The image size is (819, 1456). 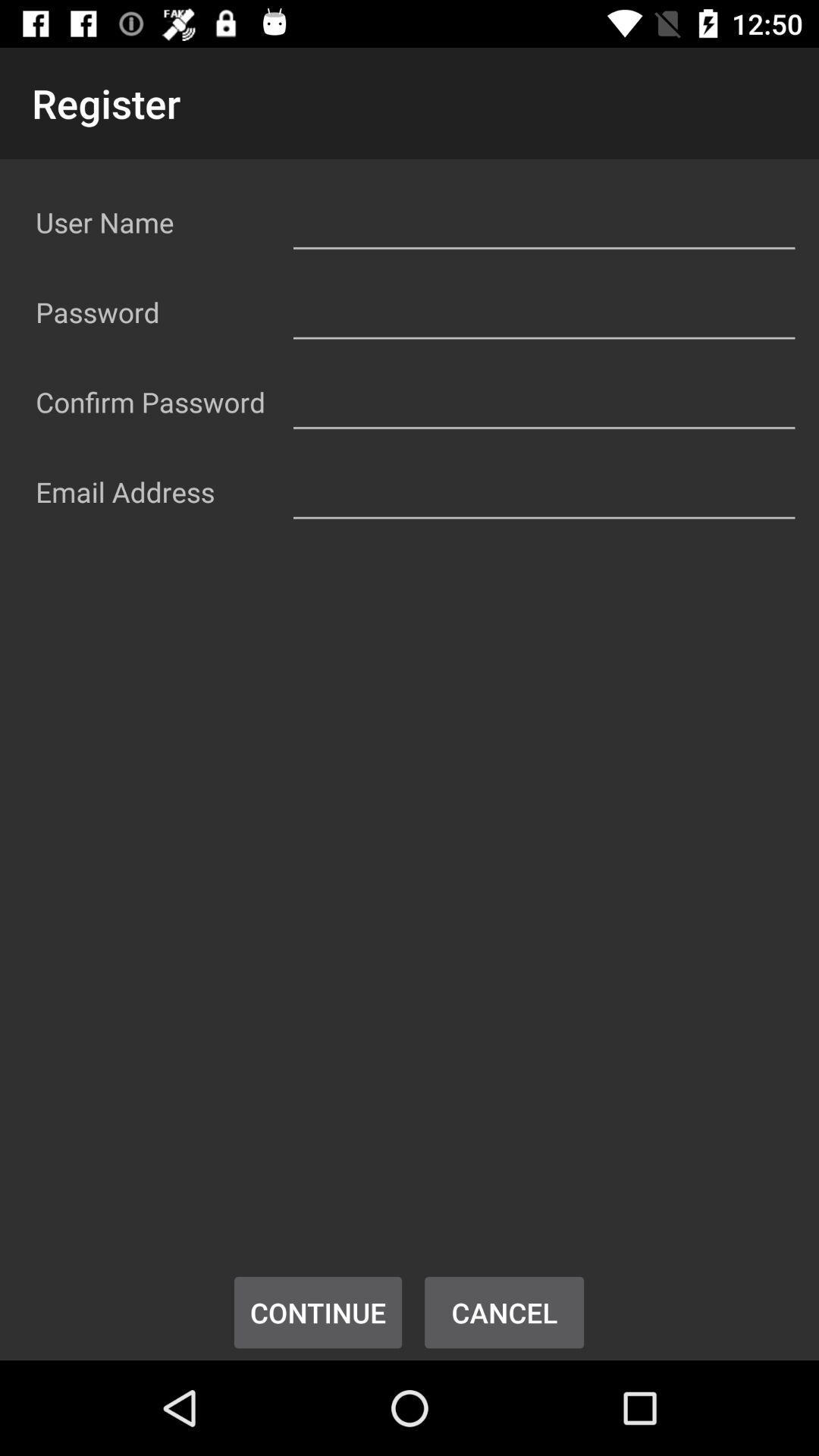 What do you see at coordinates (543, 309) in the screenshot?
I see `the text field which is next to the password` at bounding box center [543, 309].